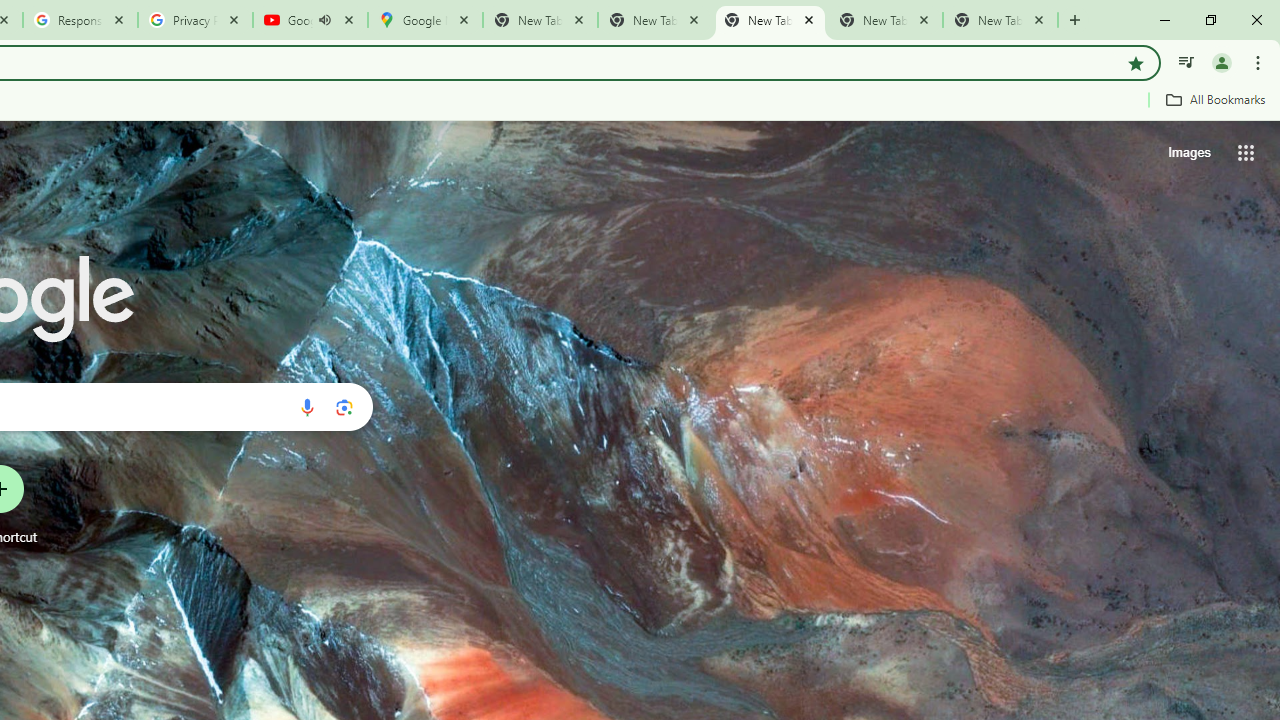 This screenshot has height=720, width=1280. What do you see at coordinates (344, 406) in the screenshot?
I see `'Search by image'` at bounding box center [344, 406].